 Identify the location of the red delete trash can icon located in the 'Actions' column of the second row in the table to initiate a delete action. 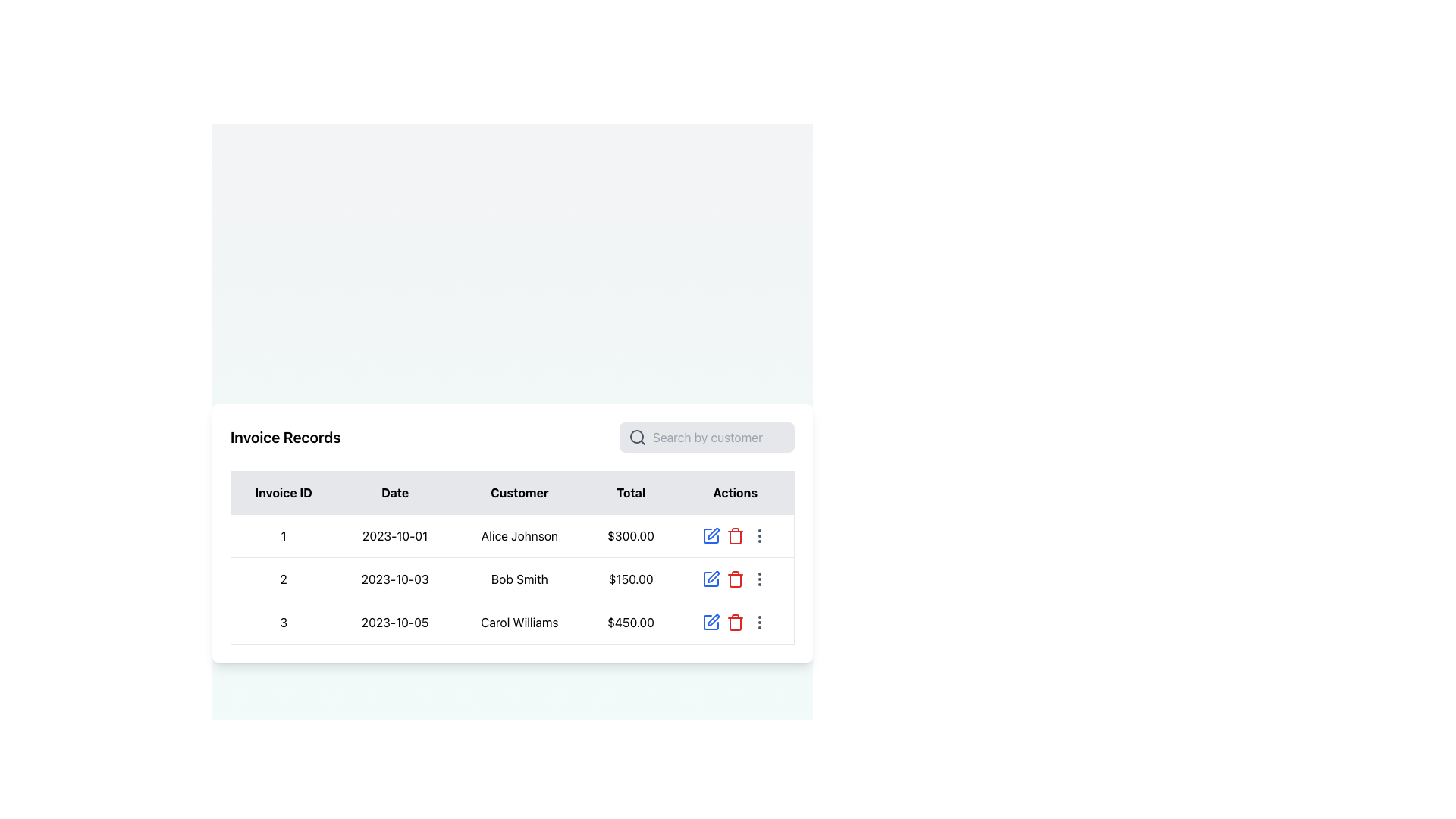
(735, 579).